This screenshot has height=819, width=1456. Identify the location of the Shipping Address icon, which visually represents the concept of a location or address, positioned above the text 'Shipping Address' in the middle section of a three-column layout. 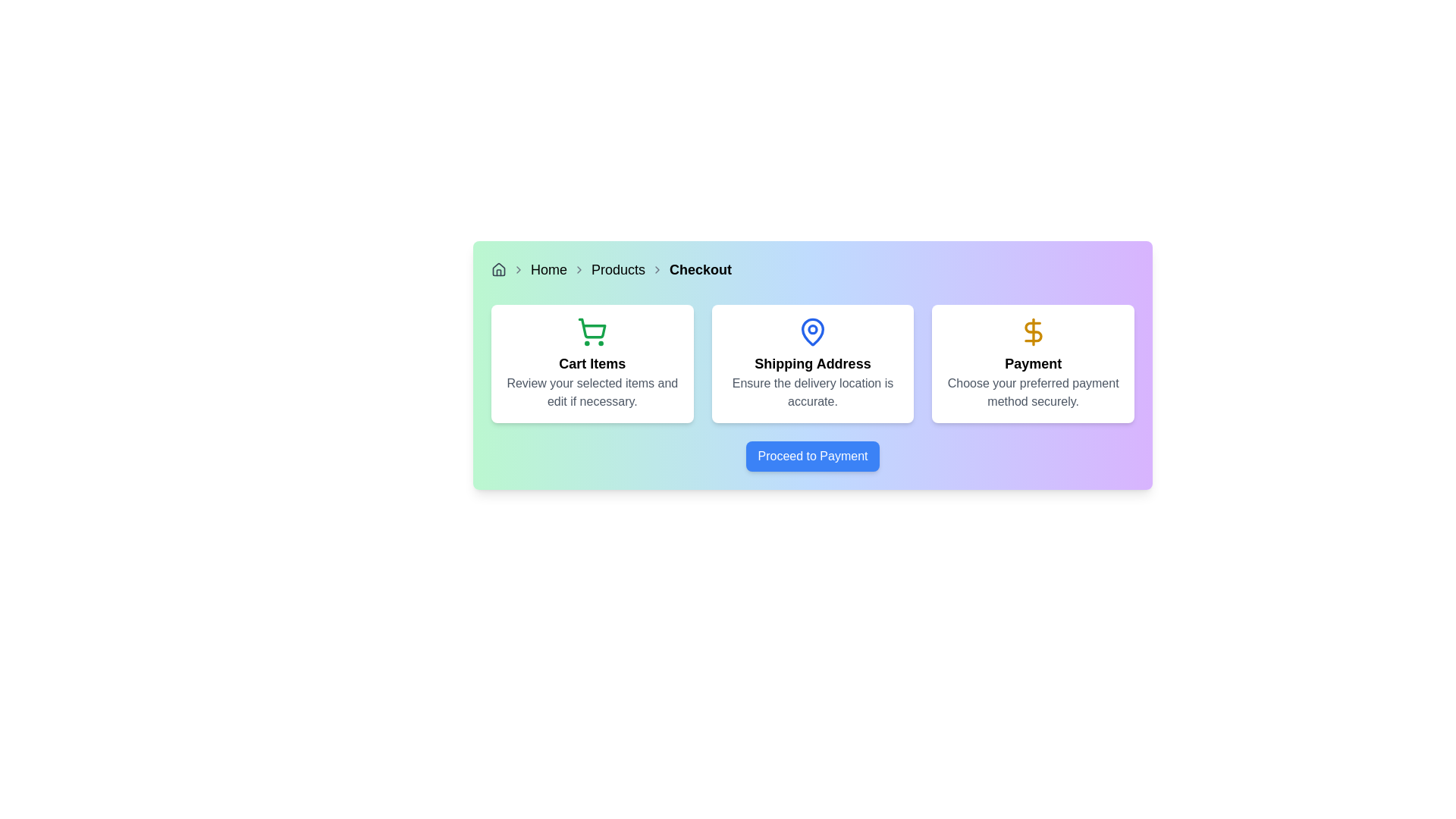
(811, 331).